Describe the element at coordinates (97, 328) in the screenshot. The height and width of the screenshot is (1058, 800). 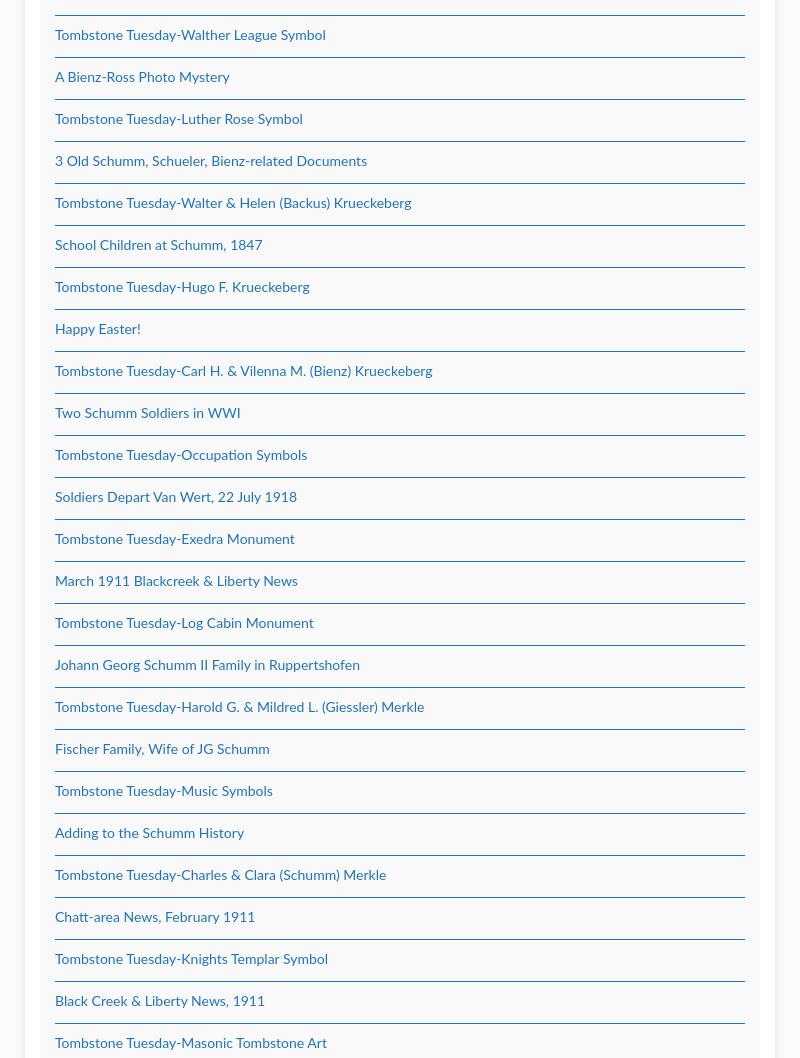
I see `'Happy Easter!'` at that location.